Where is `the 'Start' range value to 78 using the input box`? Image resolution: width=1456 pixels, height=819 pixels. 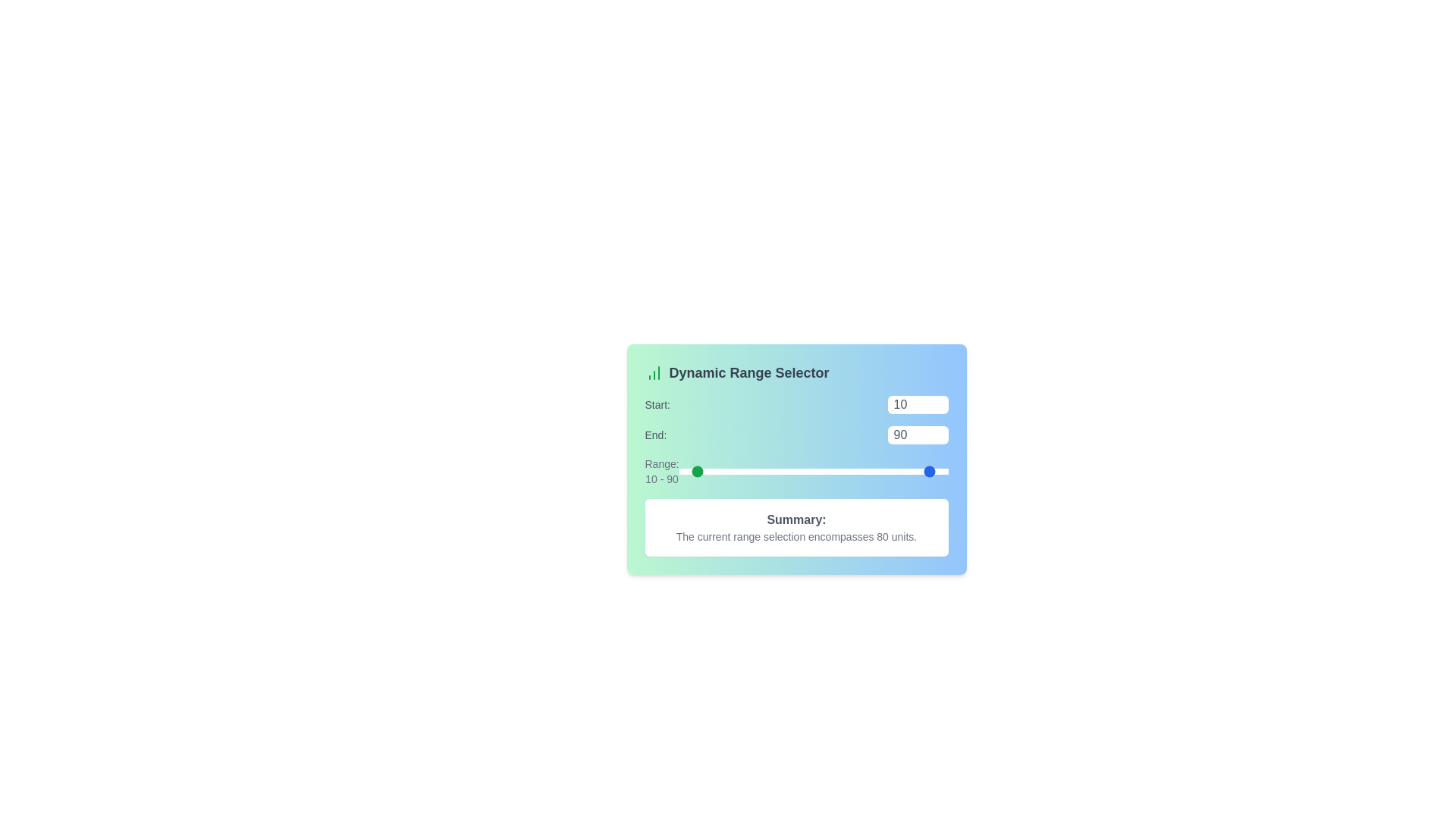
the 'Start' range value to 78 using the input box is located at coordinates (917, 403).